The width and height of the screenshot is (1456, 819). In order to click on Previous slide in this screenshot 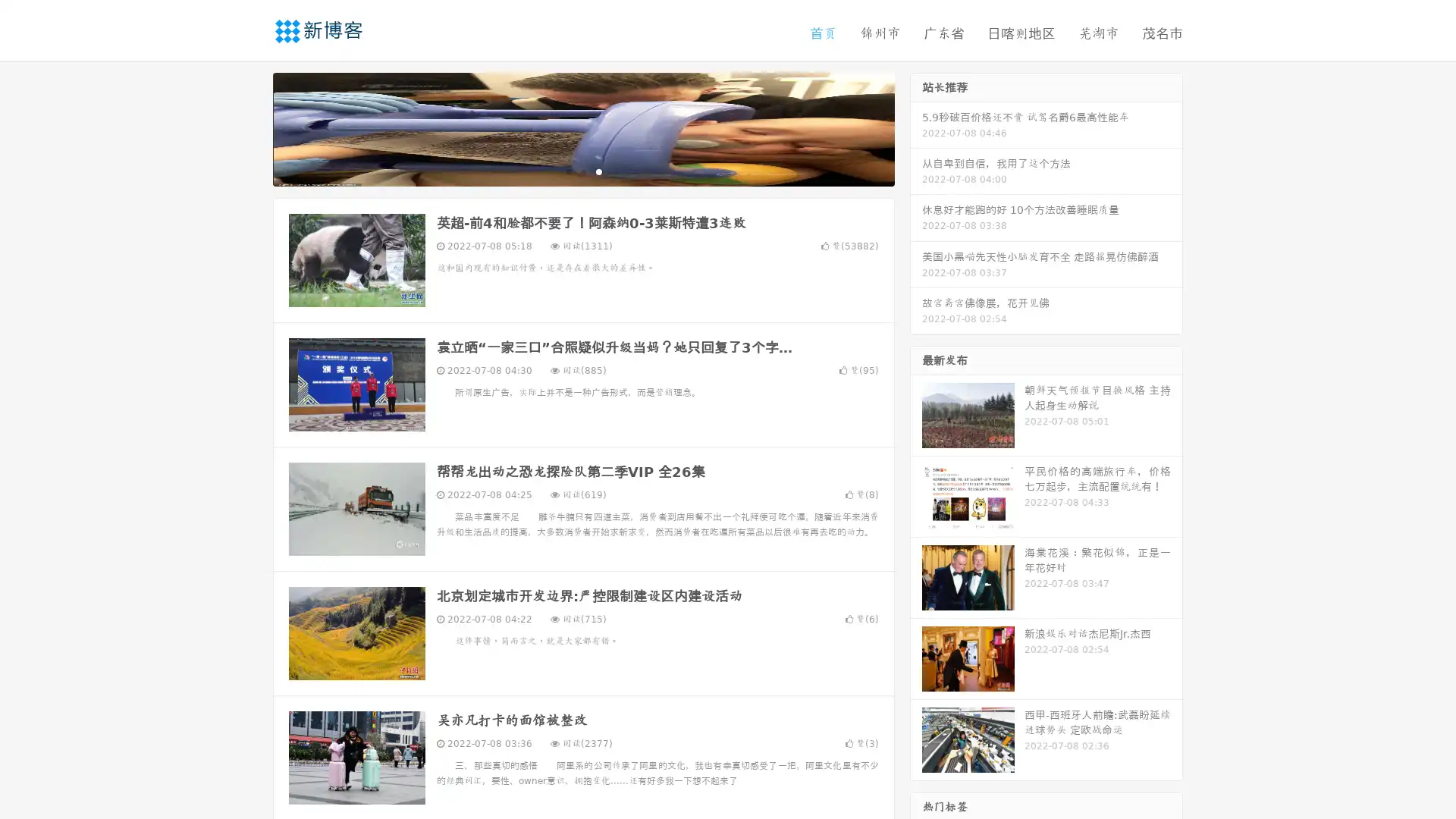, I will do `click(250, 127)`.